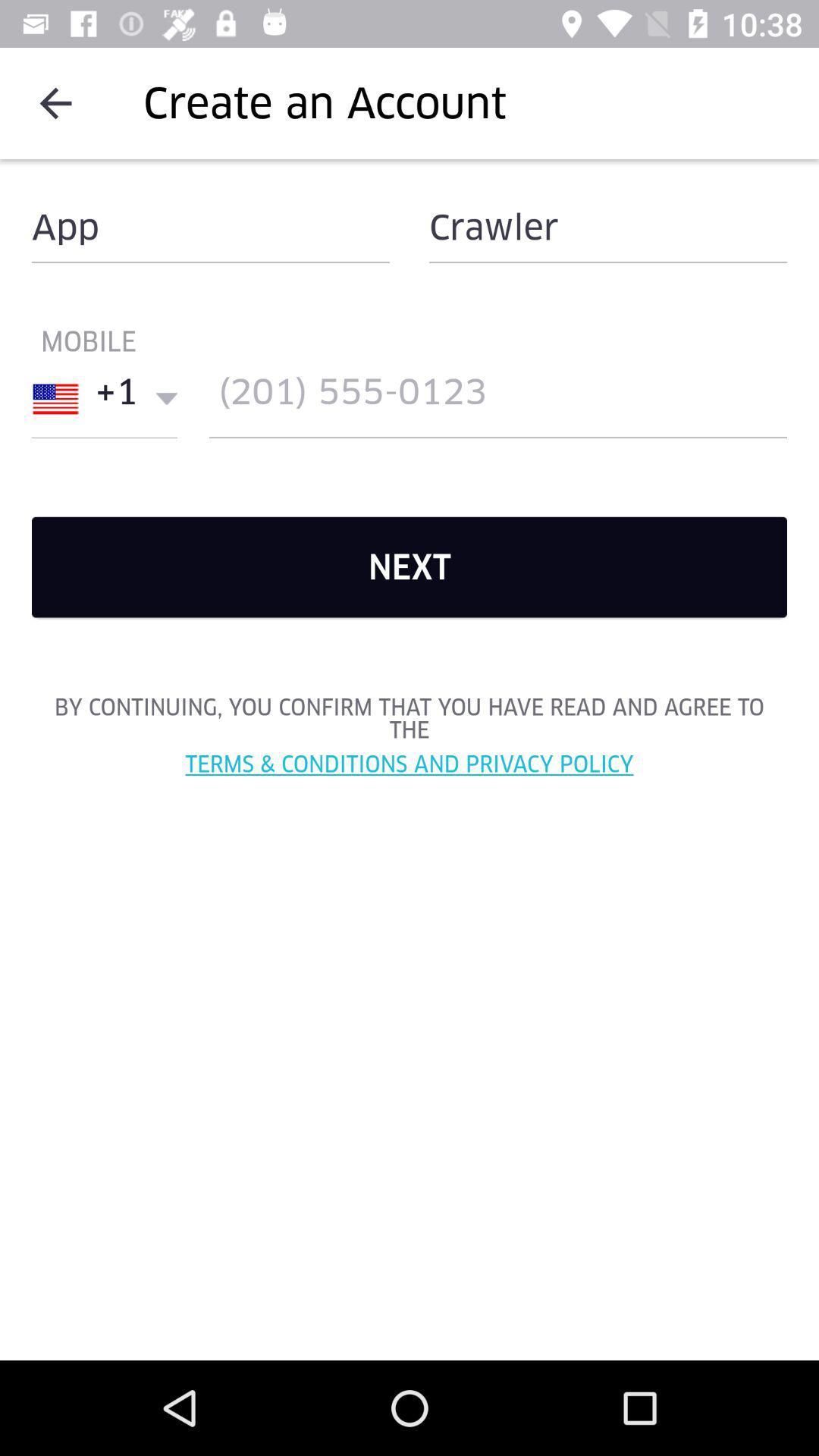 This screenshot has width=819, height=1456. Describe the element at coordinates (497, 399) in the screenshot. I see `the text input field box which is above the next button` at that location.